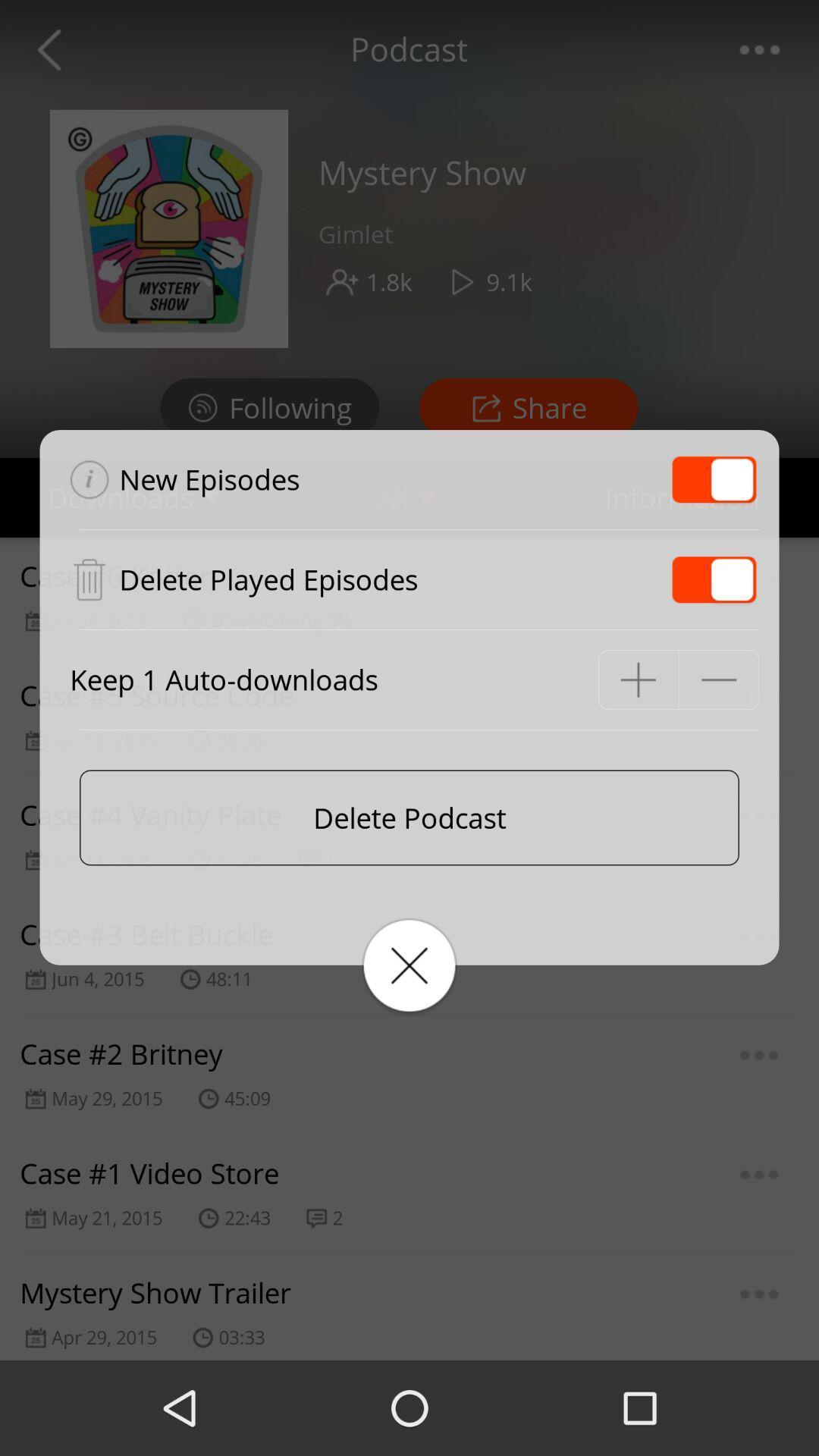 The height and width of the screenshot is (1456, 819). What do you see at coordinates (638, 679) in the screenshot?
I see `the add icon` at bounding box center [638, 679].